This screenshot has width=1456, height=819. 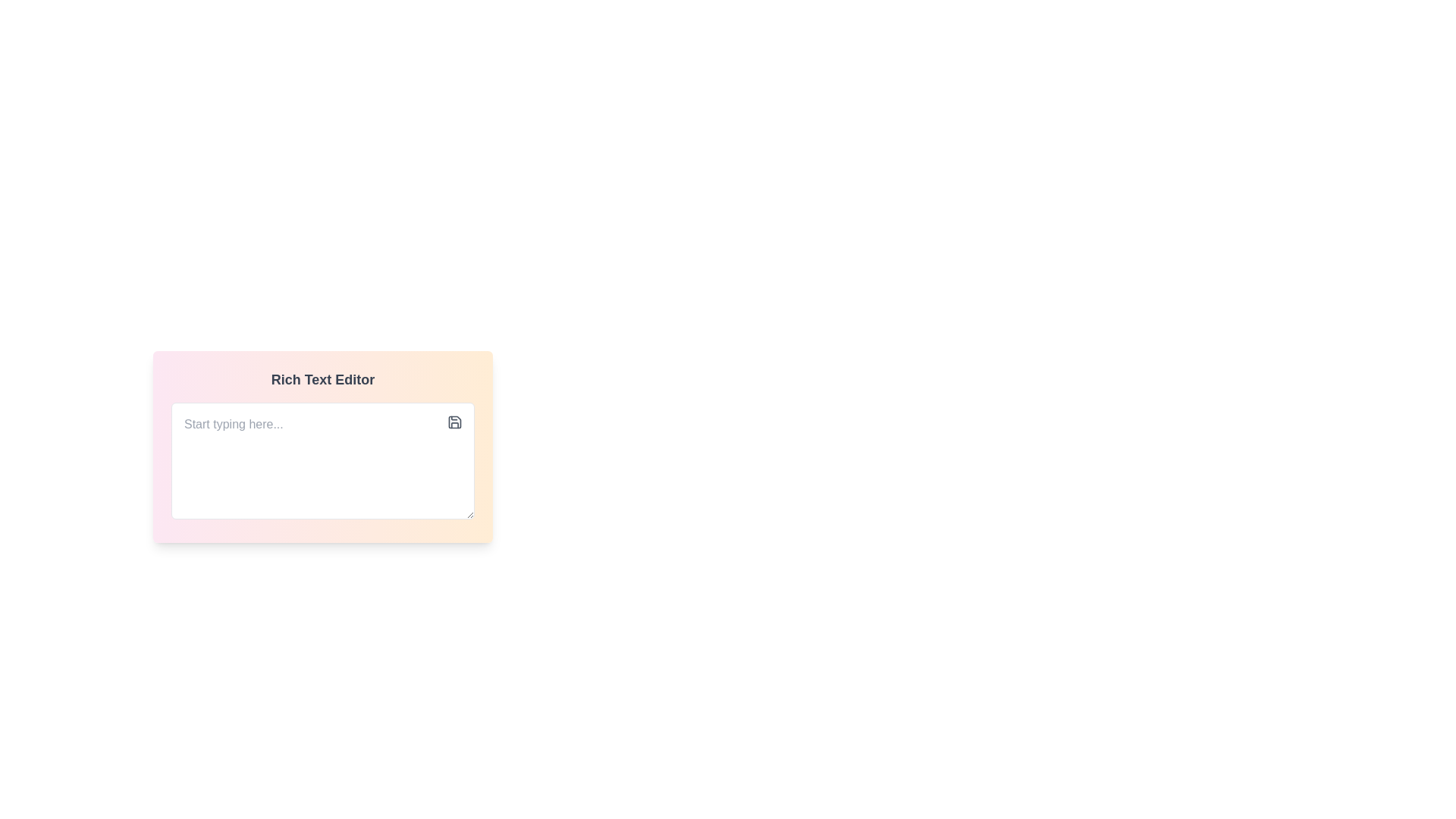 What do you see at coordinates (454, 422) in the screenshot?
I see `the save icon button located at the upper-right corner of the text editor` at bounding box center [454, 422].